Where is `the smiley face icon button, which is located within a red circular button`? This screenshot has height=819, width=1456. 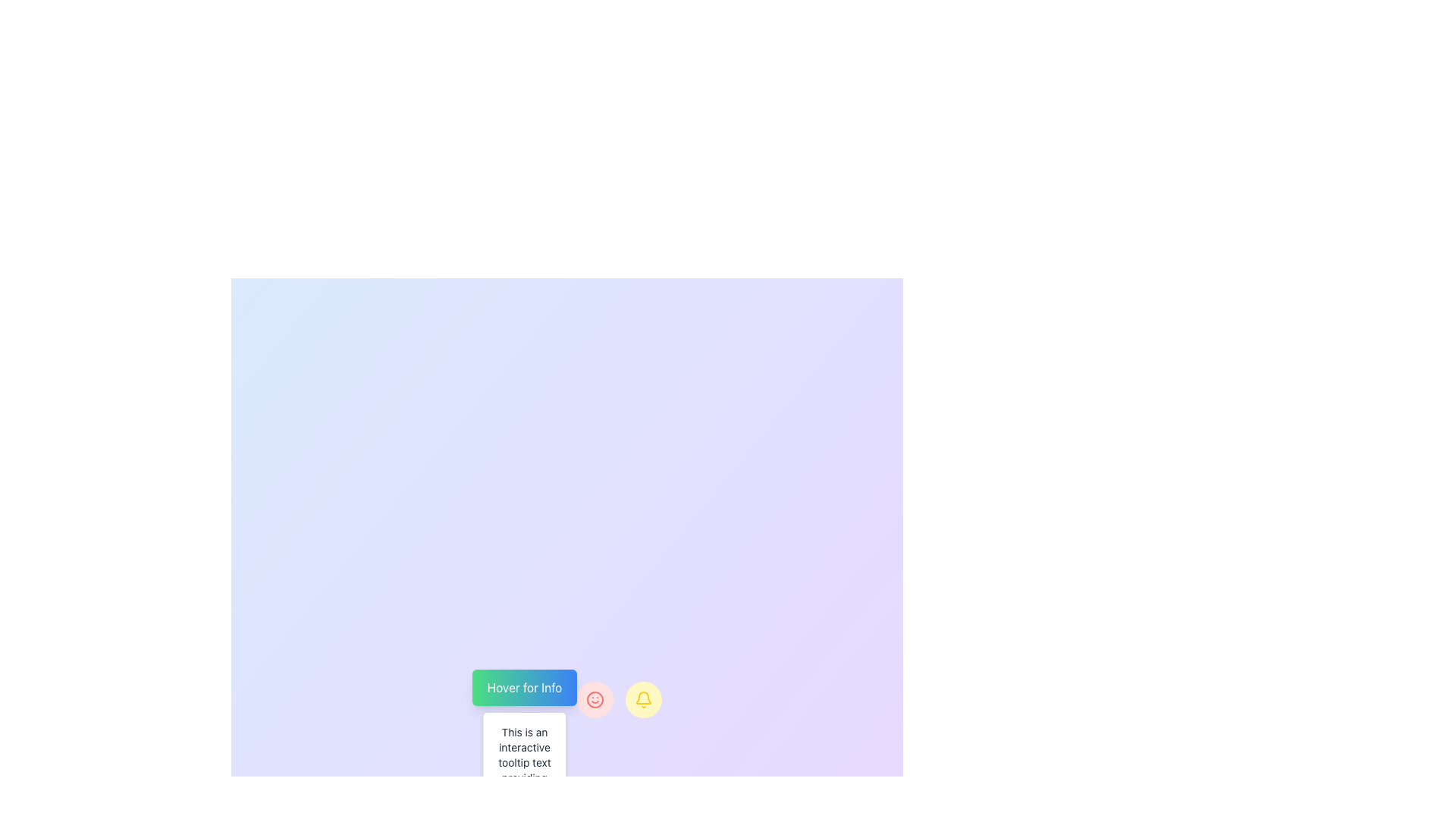 the smiley face icon button, which is located within a red circular button is located at coordinates (595, 699).